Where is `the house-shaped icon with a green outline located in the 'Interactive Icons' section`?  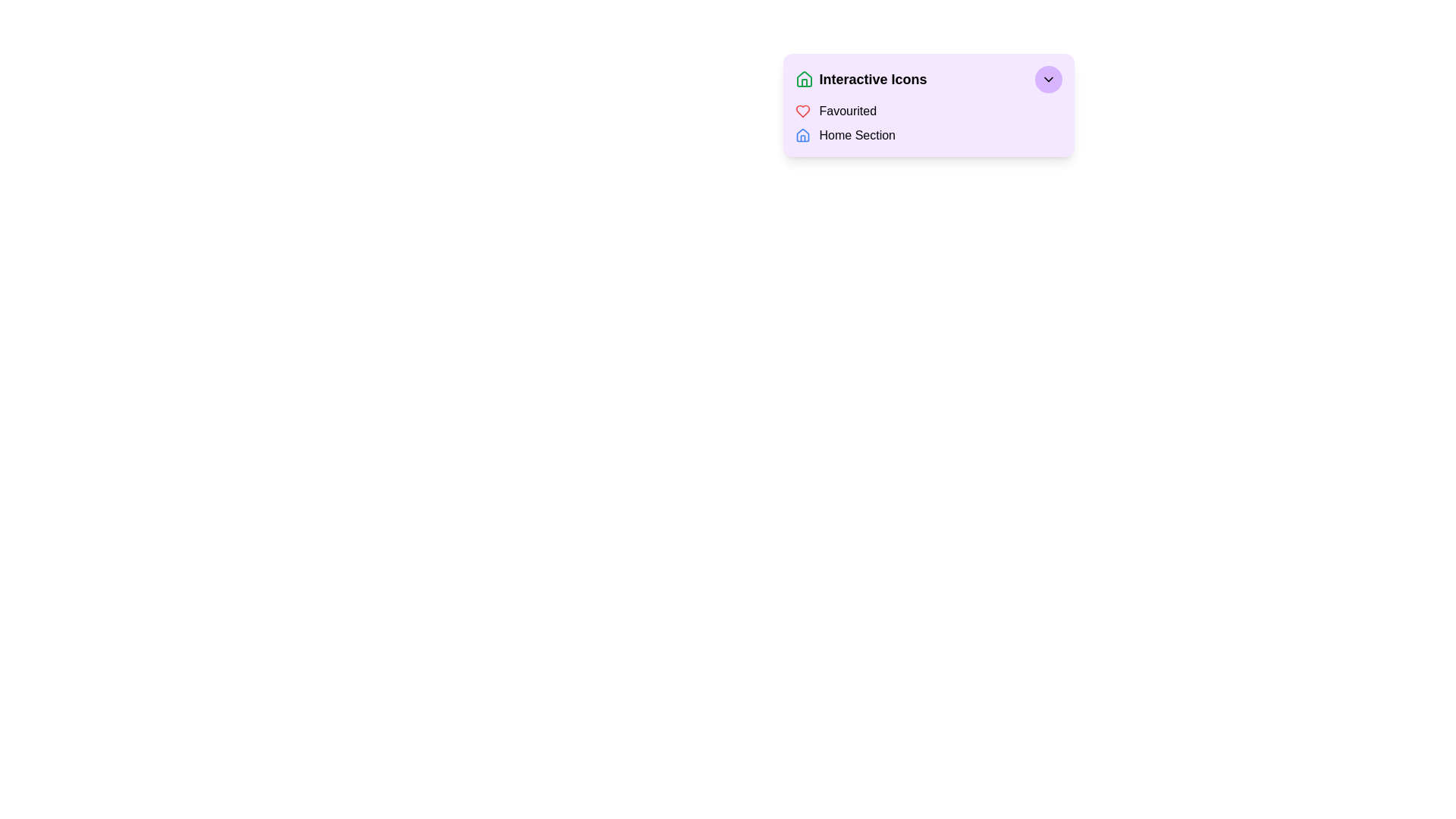 the house-shaped icon with a green outline located in the 'Interactive Icons' section is located at coordinates (803, 79).